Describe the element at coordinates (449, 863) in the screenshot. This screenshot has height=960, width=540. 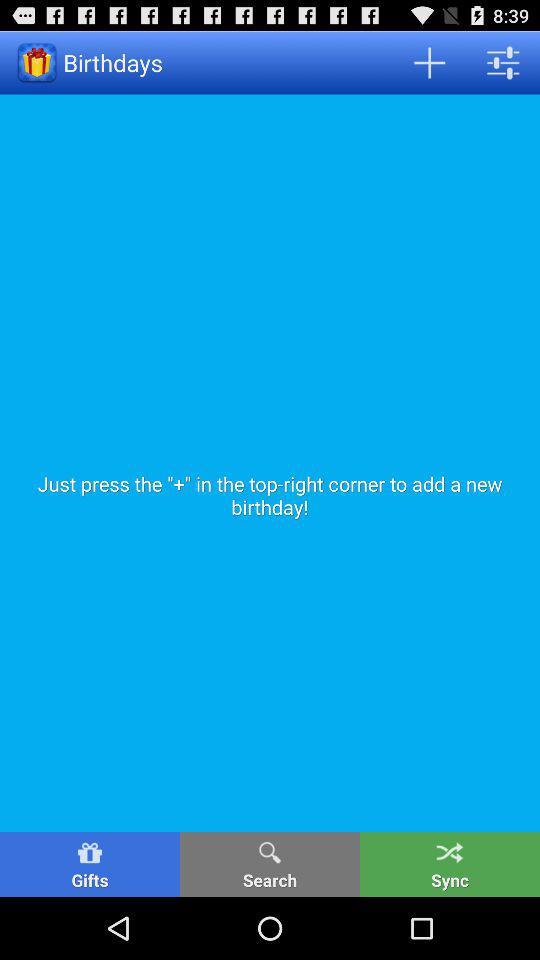
I see `the icon at the bottom right corner` at that location.